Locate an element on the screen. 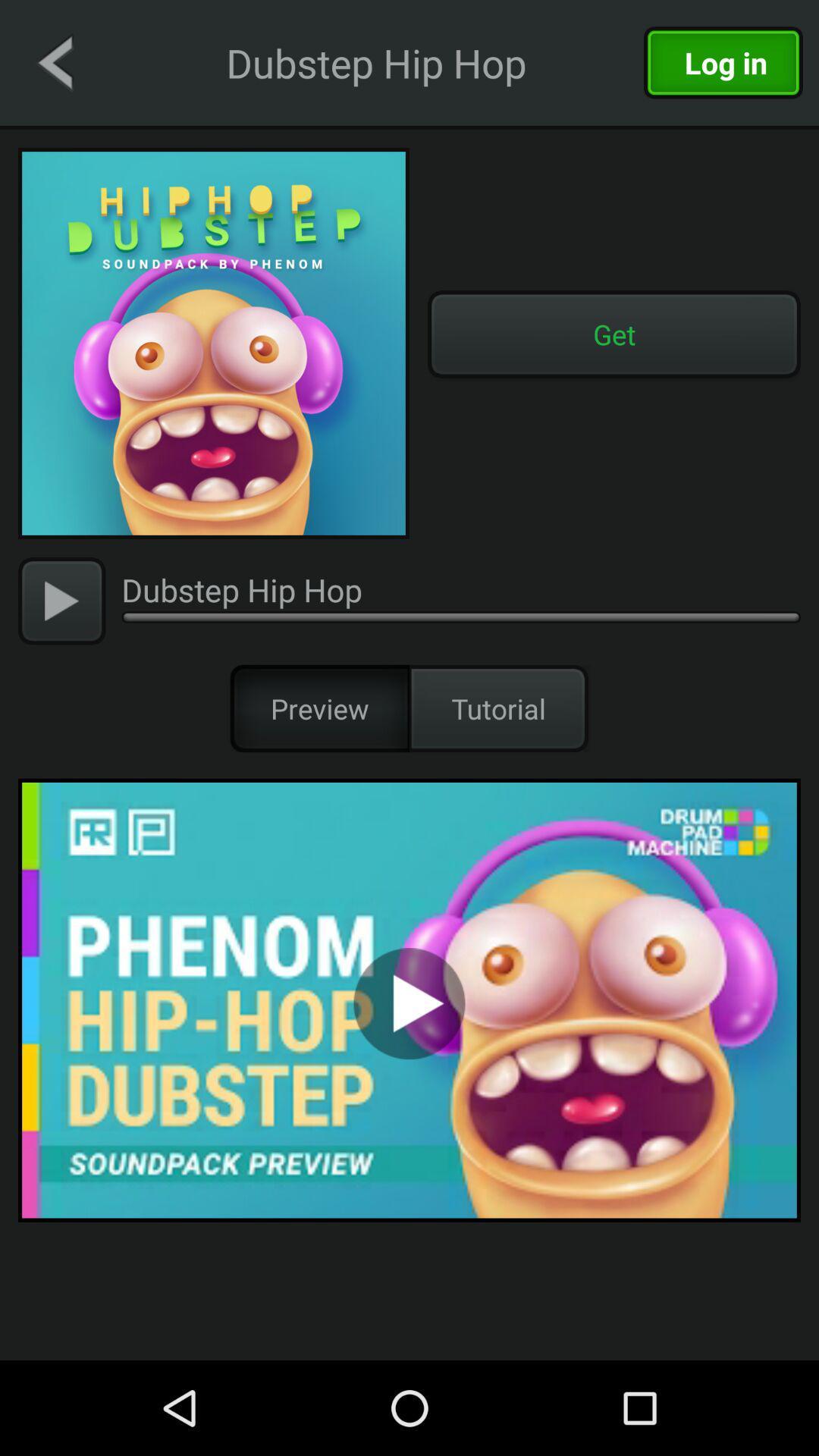 The image size is (819, 1456). the video is located at coordinates (61, 600).